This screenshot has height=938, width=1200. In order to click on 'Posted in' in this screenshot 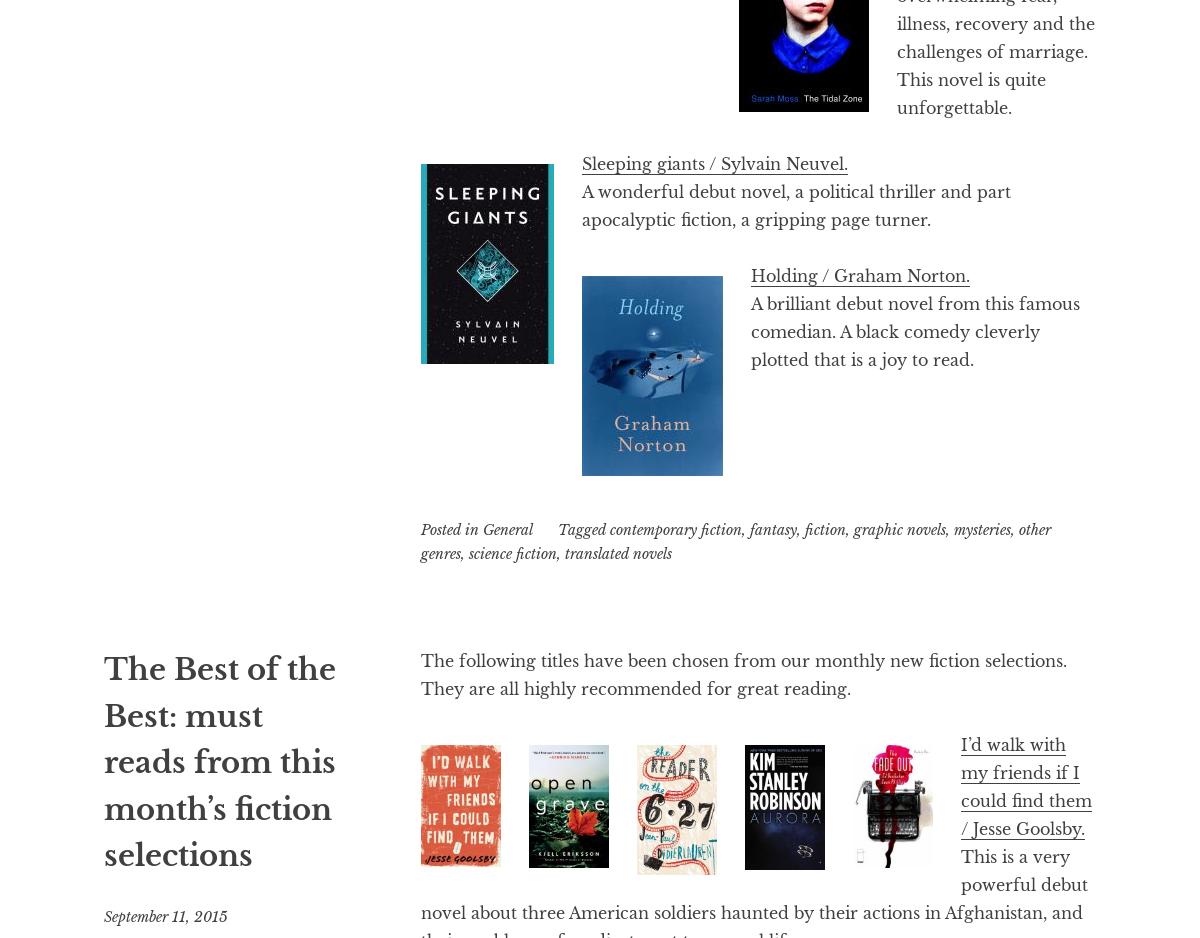, I will do `click(420, 528)`.